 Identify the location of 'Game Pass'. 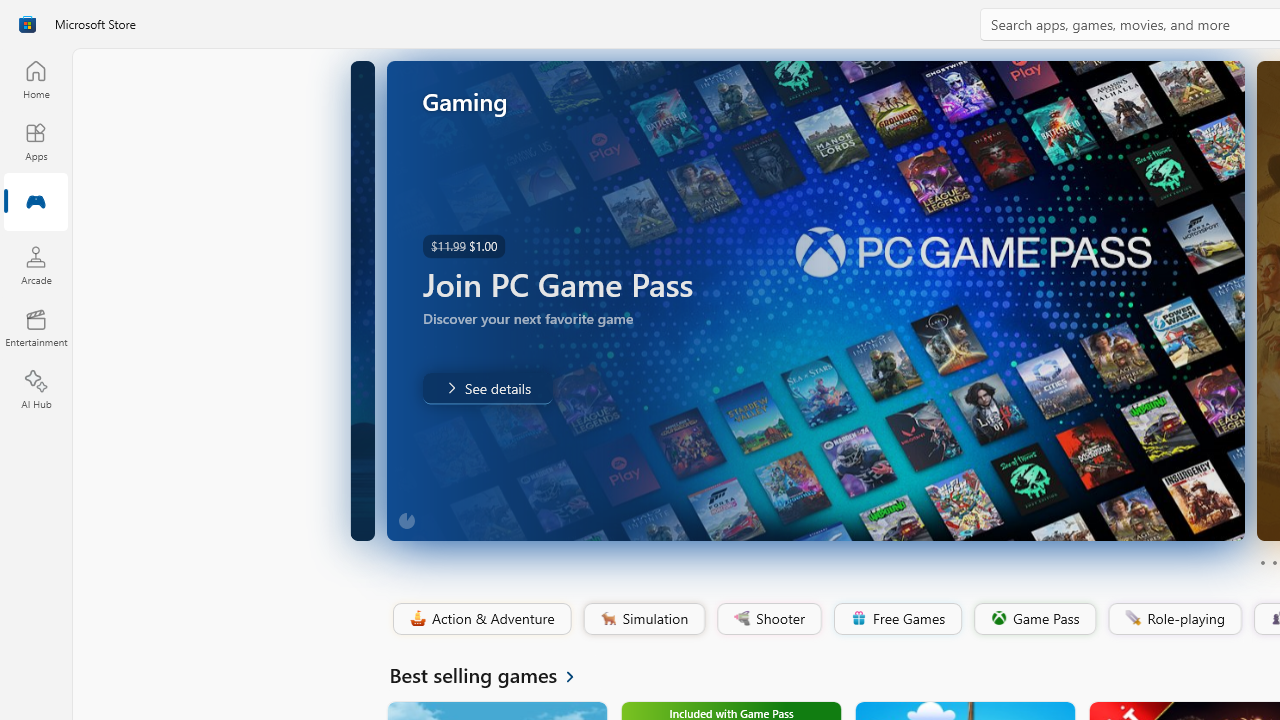
(1033, 618).